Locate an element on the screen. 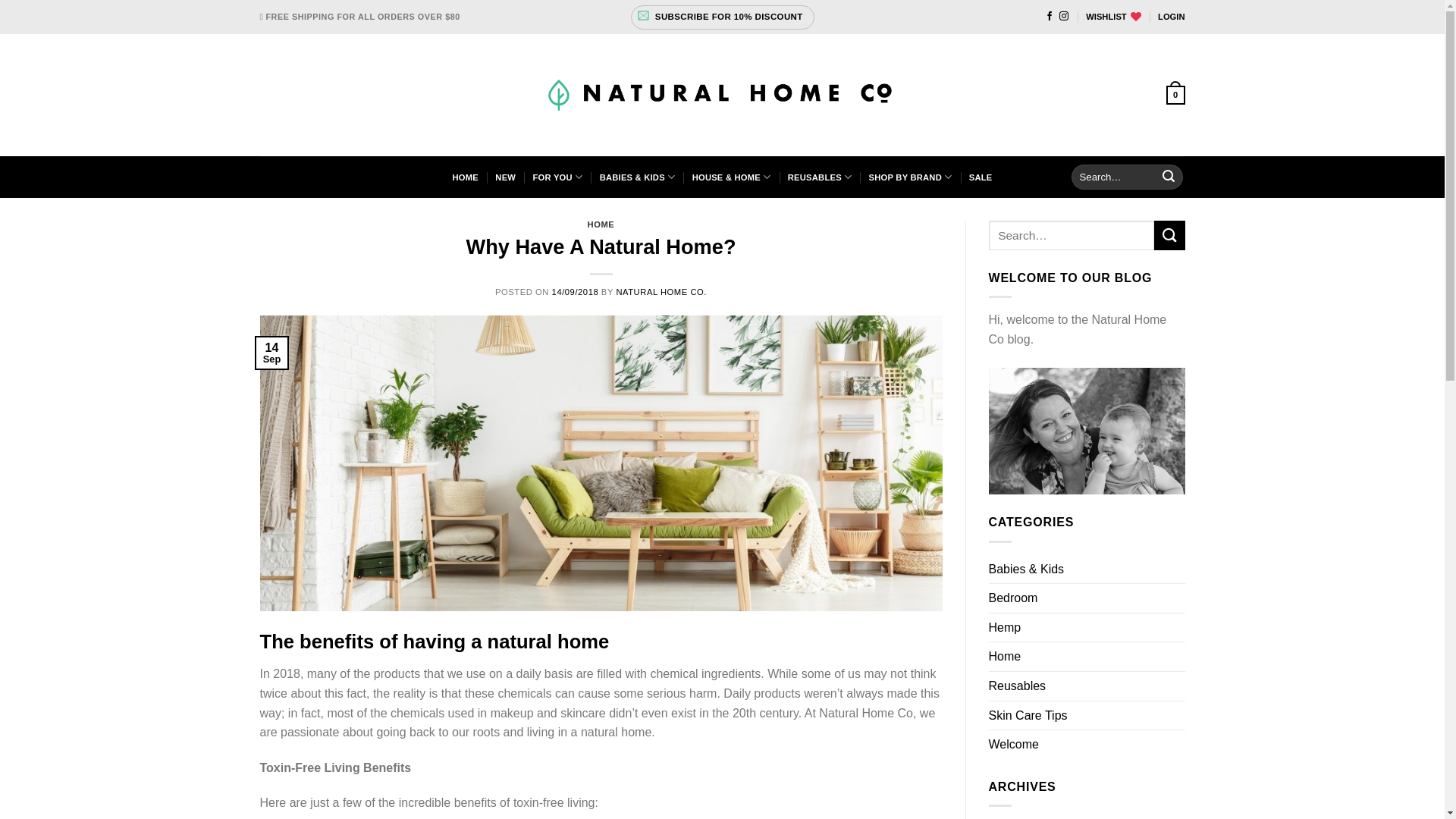 This screenshot has width=1456, height=819. 'FOR YOU' is located at coordinates (556, 176).